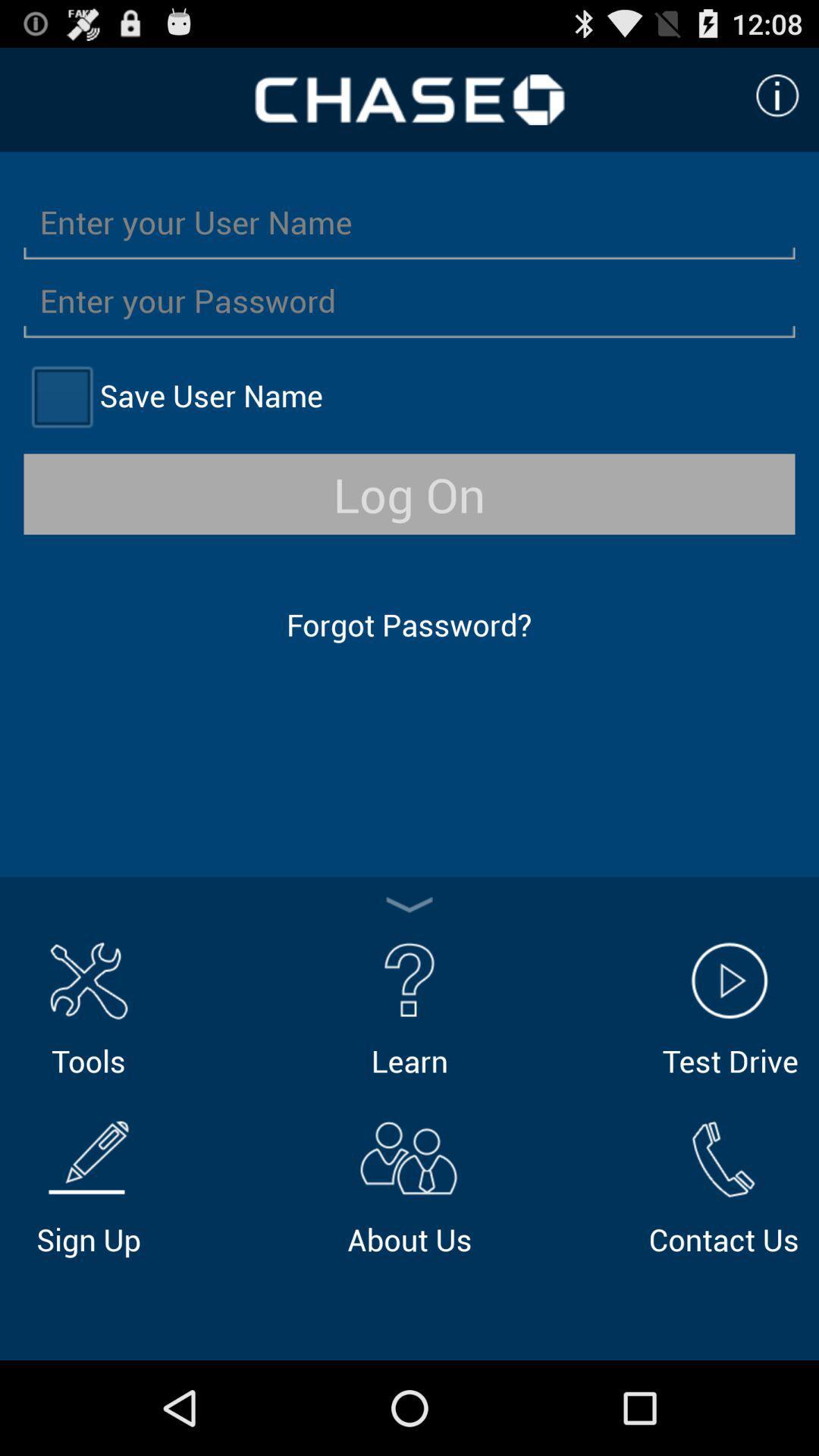 The image size is (819, 1456). What do you see at coordinates (88, 1185) in the screenshot?
I see `sign up` at bounding box center [88, 1185].